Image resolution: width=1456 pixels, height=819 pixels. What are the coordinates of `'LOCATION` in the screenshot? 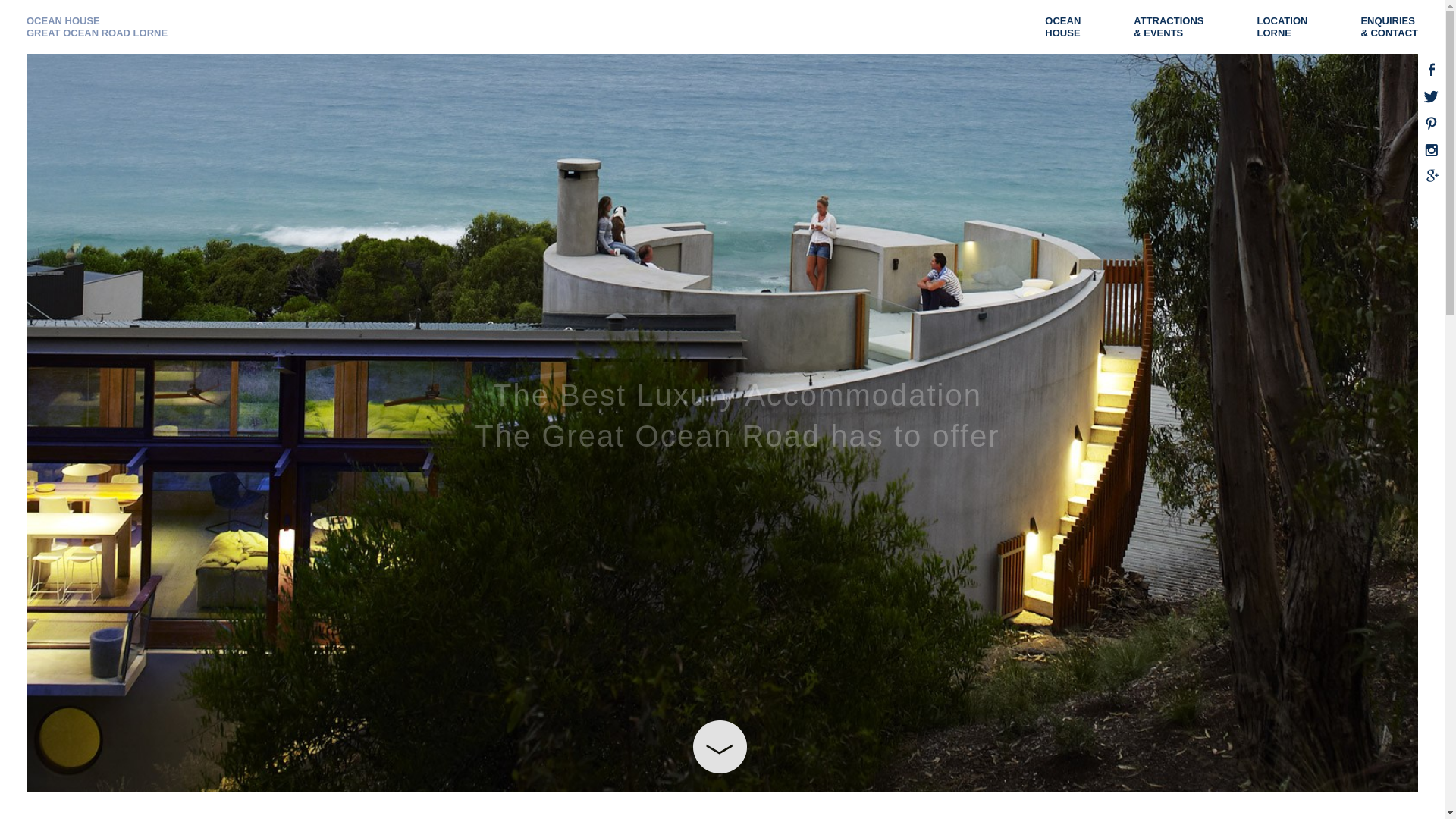 It's located at (1288, 27).